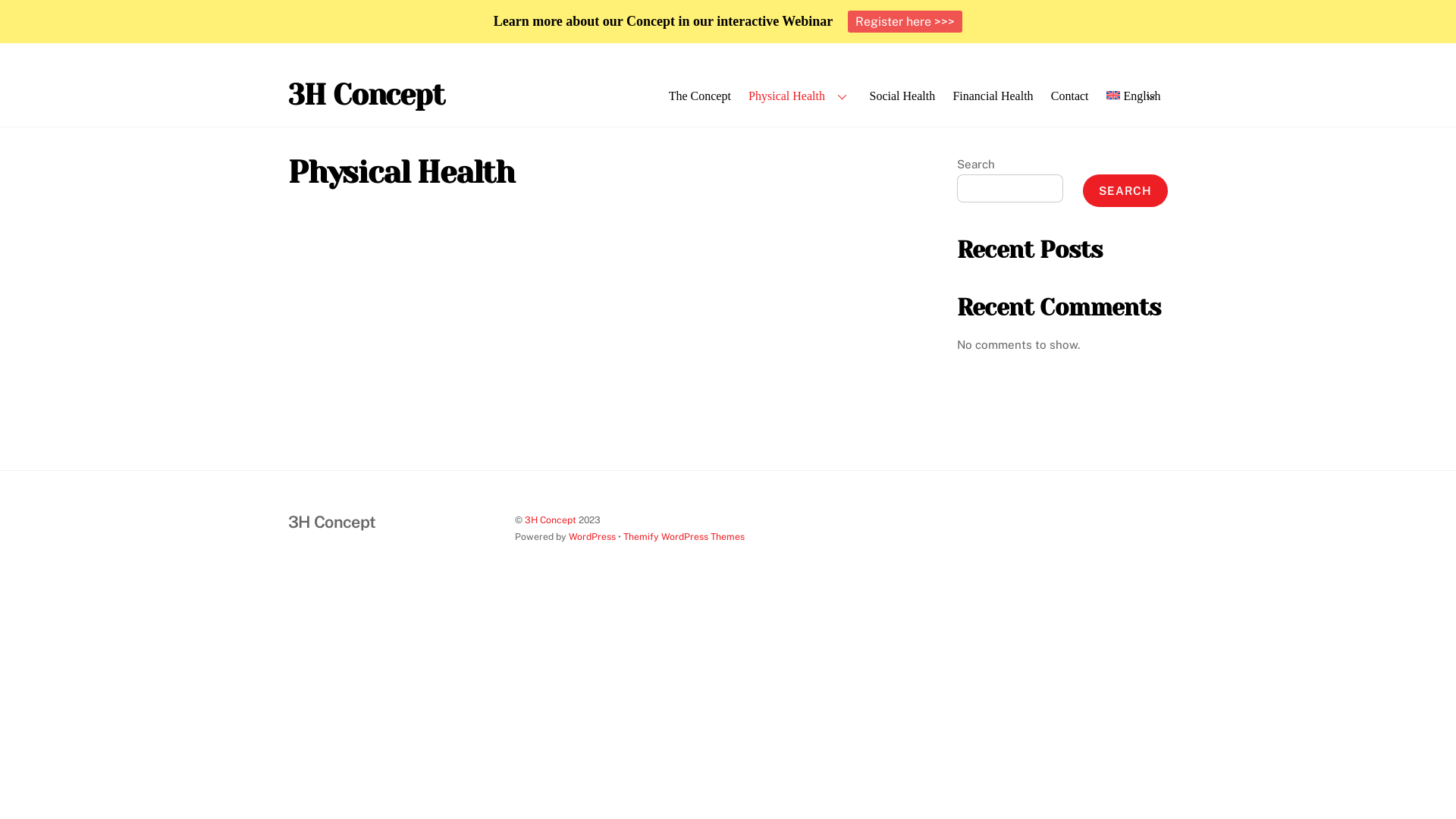  Describe the element at coordinates (549, 519) in the screenshot. I see `'3H Concept'` at that location.